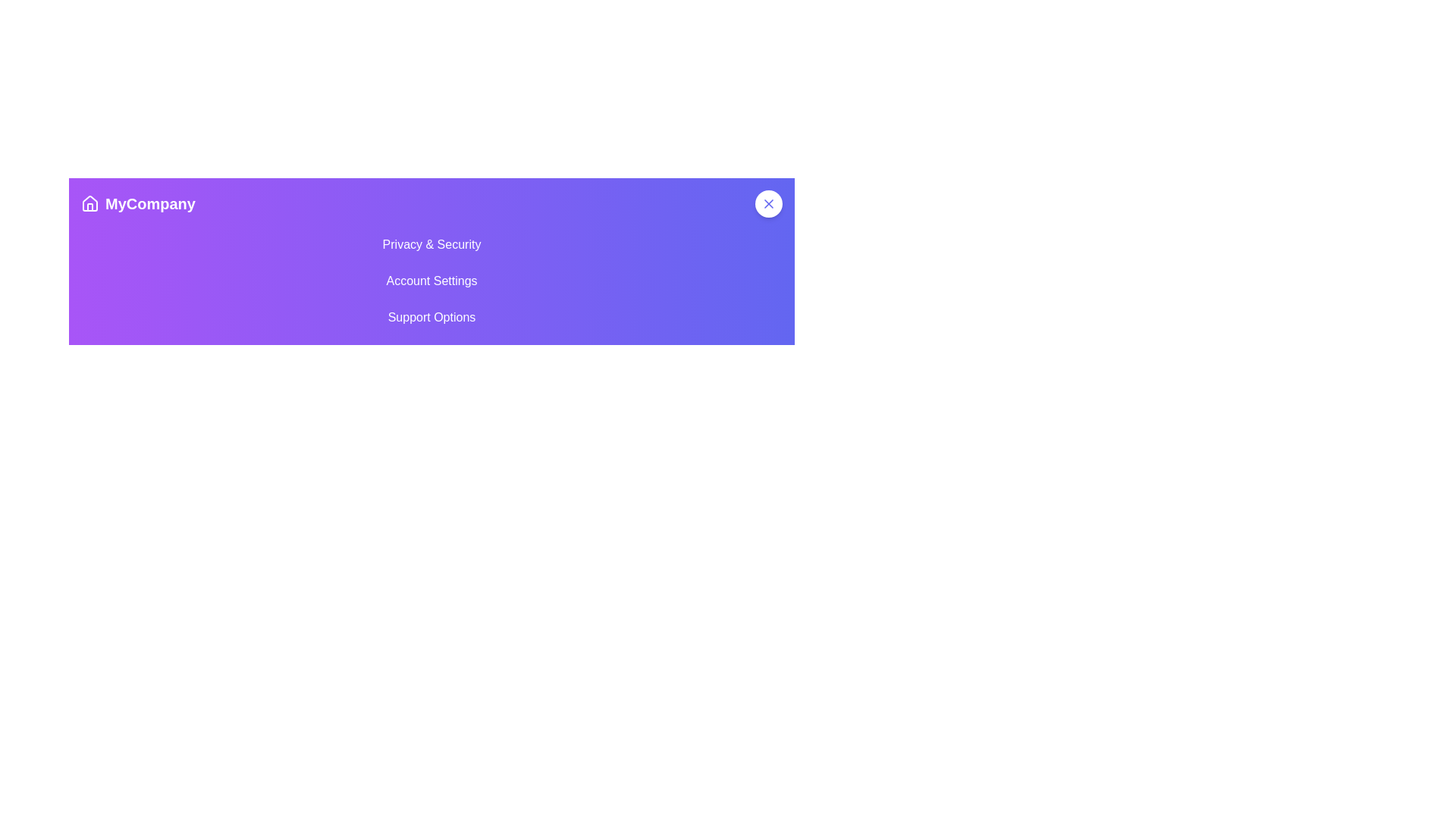 This screenshot has height=819, width=1456. What do you see at coordinates (431, 260) in the screenshot?
I see `navigation header panel that provides options for Privacy & Security, Account Settings, and Support Options` at bounding box center [431, 260].